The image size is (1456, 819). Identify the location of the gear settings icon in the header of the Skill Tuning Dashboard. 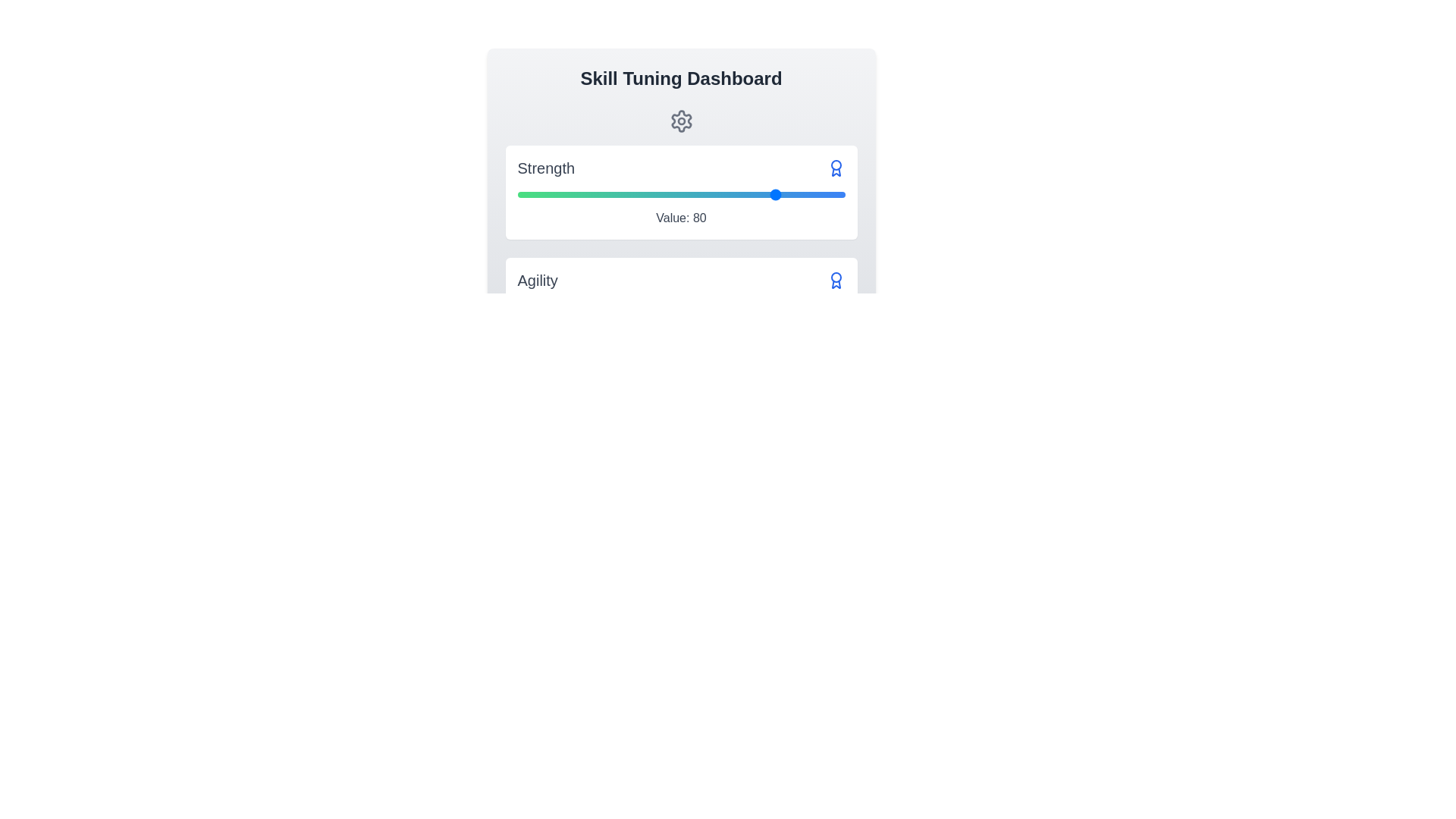
(680, 120).